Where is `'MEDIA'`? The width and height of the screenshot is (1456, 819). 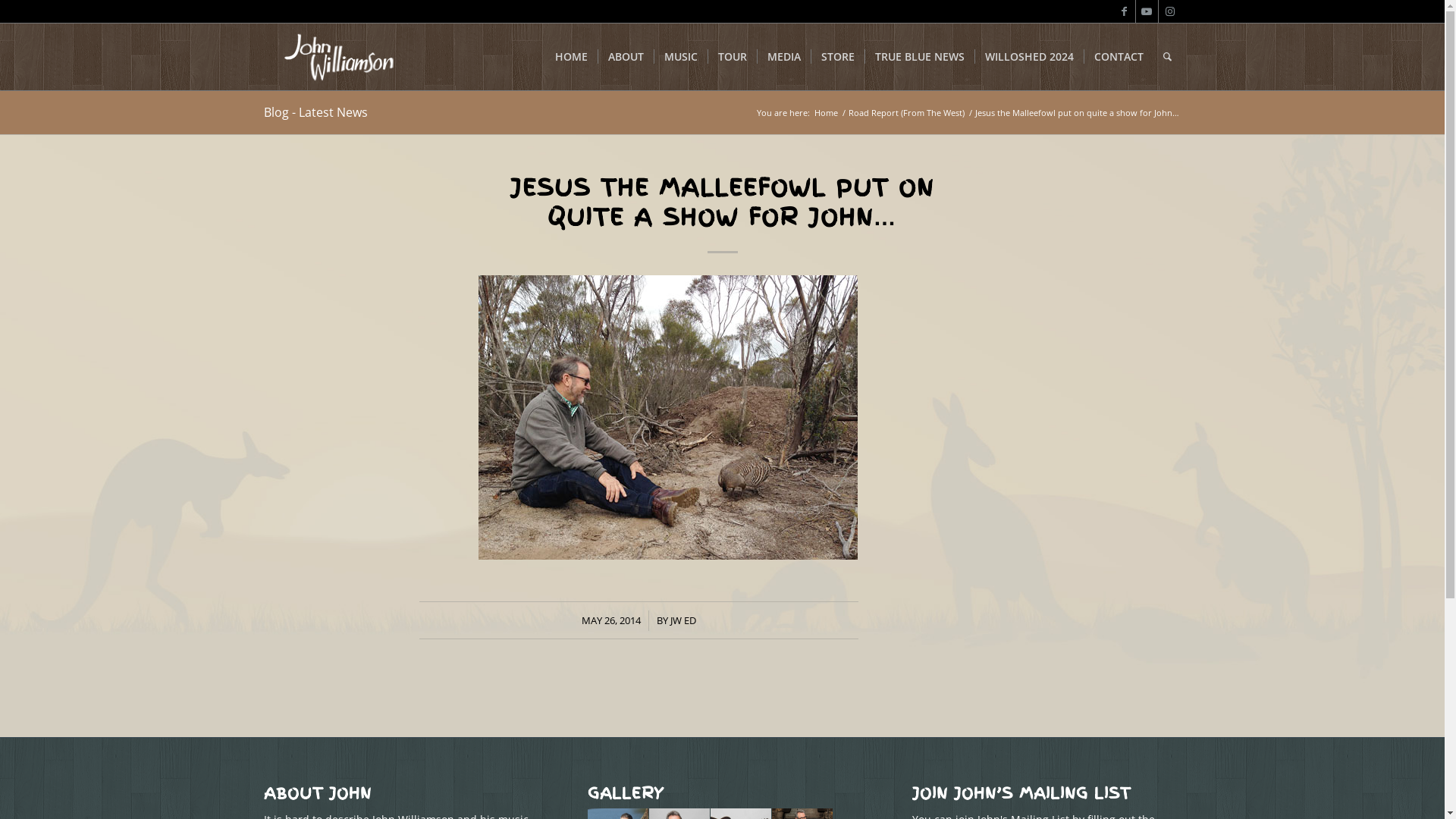
'MEDIA' is located at coordinates (757, 55).